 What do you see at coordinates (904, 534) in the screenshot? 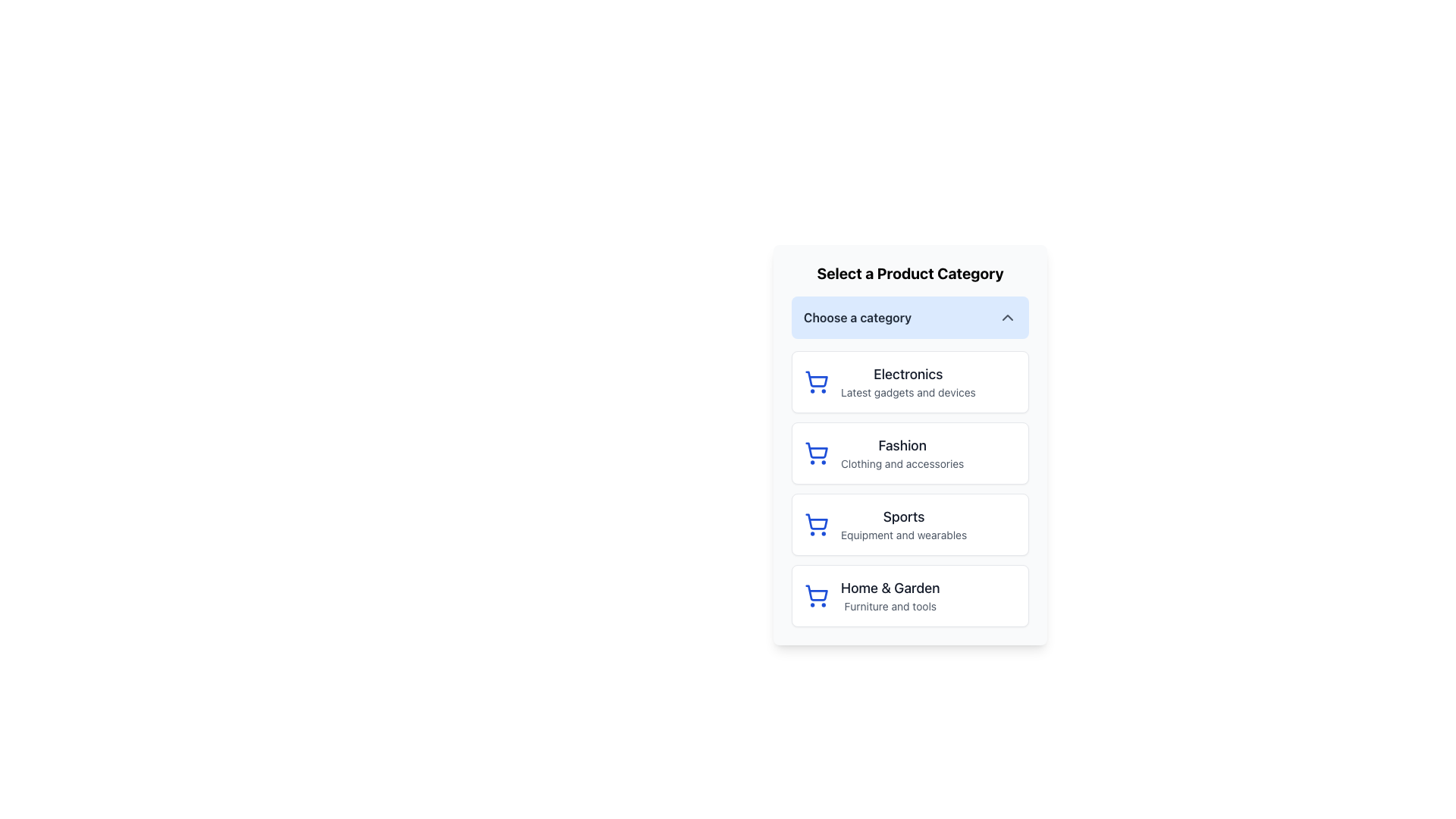
I see `text label 'Equipment and wearables' located below the main heading 'Sports' in the left-aligned section of the interface` at bounding box center [904, 534].